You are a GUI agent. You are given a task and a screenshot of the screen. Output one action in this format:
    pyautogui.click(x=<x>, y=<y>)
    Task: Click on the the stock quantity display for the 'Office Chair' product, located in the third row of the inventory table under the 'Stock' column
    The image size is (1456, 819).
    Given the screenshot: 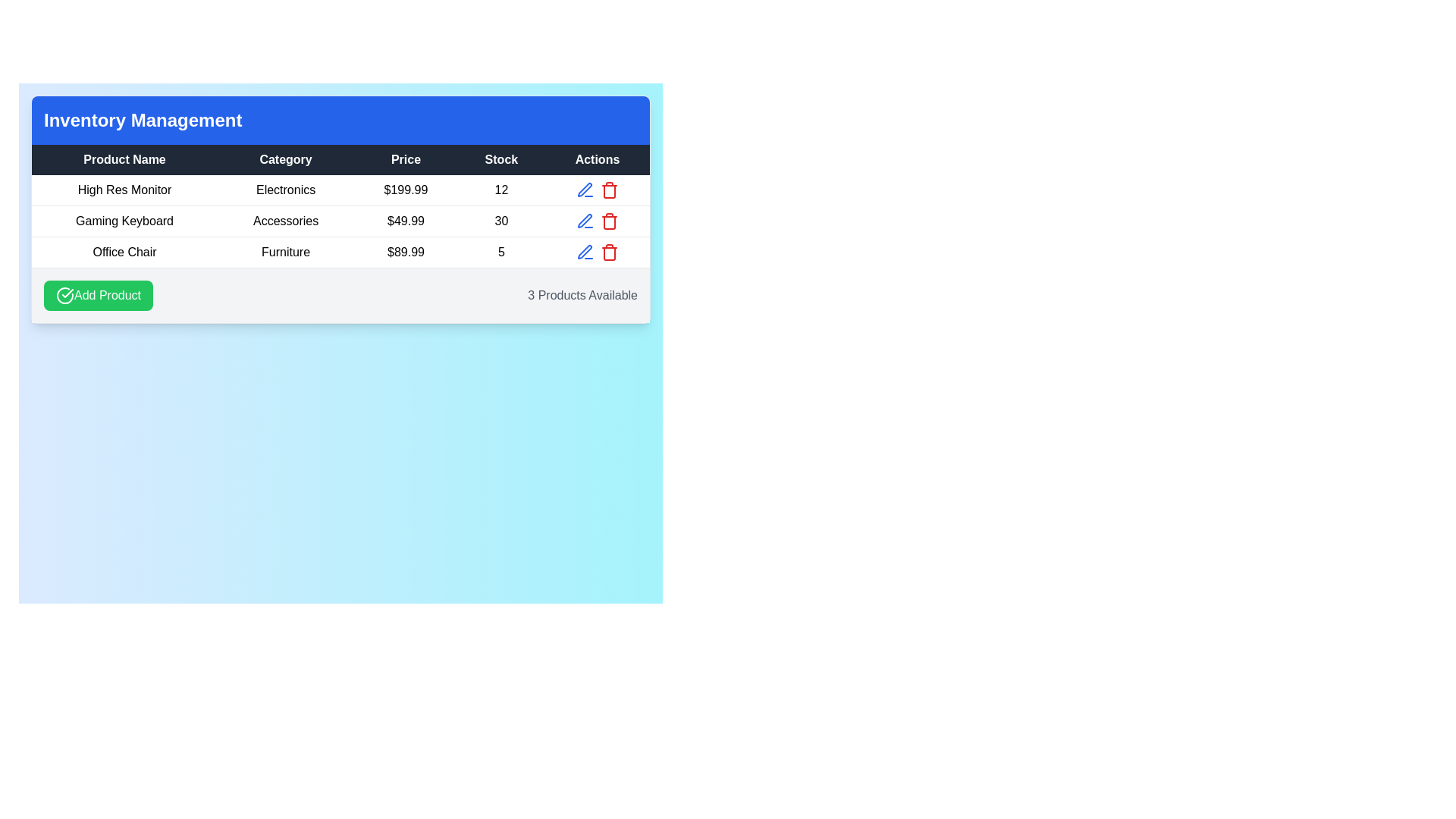 What is the action you would take?
    pyautogui.click(x=501, y=251)
    